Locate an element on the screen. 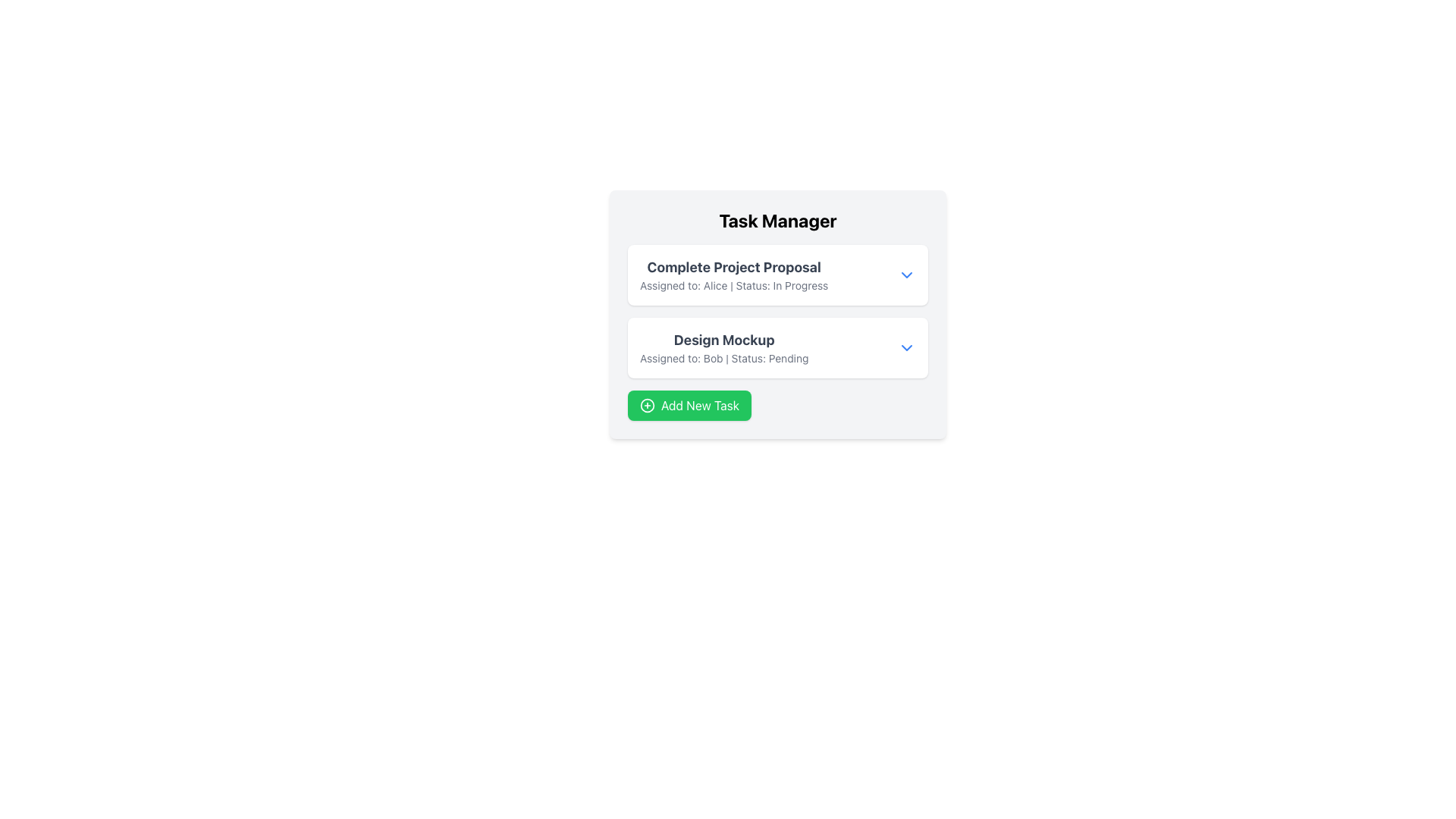  the first task summary card in the 'Task Manager' is located at coordinates (778, 275).